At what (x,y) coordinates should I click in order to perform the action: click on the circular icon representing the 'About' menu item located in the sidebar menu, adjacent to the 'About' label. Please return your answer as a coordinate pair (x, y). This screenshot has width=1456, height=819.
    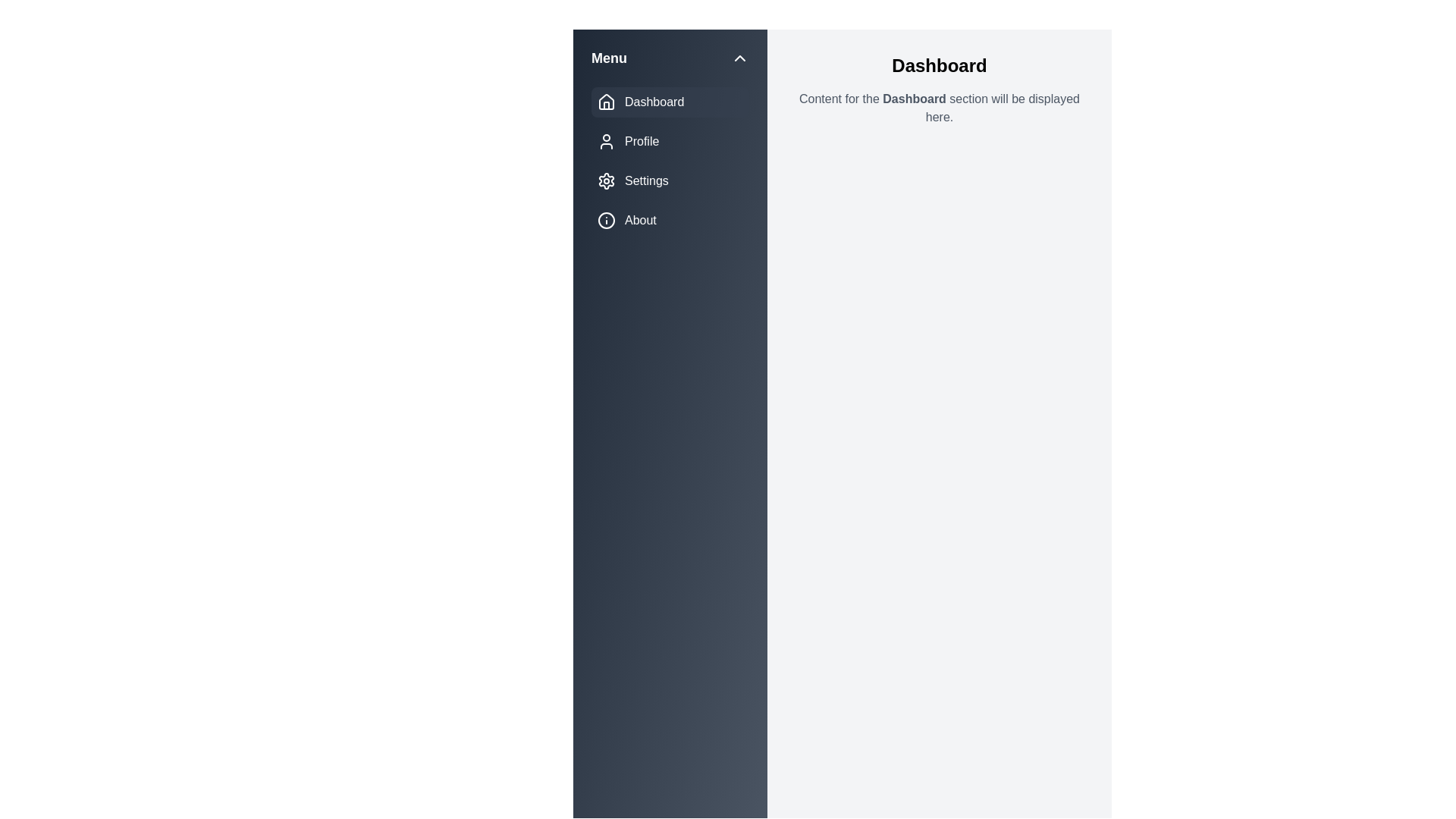
    Looking at the image, I should click on (607, 220).